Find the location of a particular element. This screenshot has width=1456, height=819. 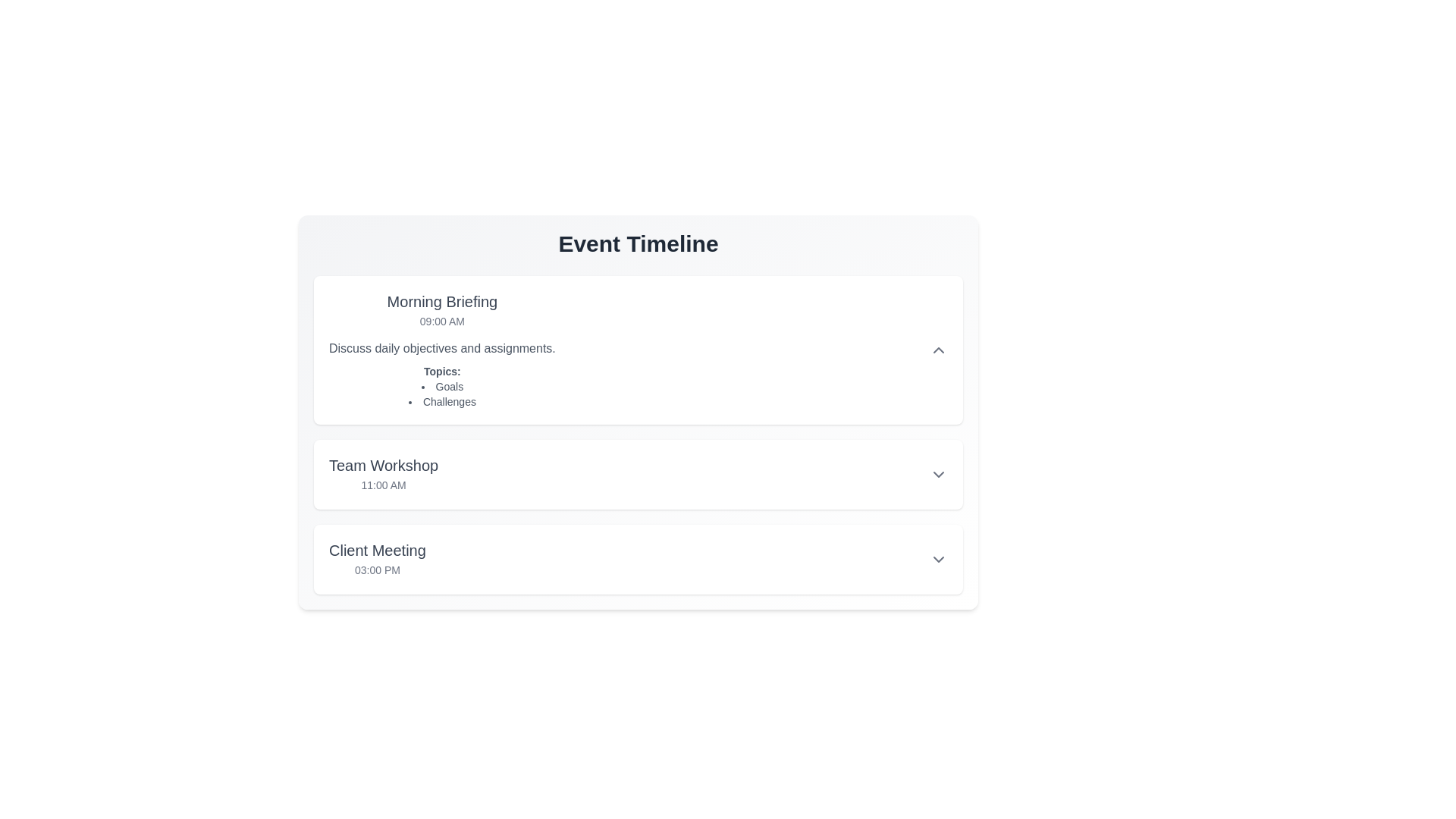

details of the scheduled event entry located in the third section of the vertical event timeline, beneath the 'Team Workshop' entry labeled '11:00 AM' is located at coordinates (377, 559).